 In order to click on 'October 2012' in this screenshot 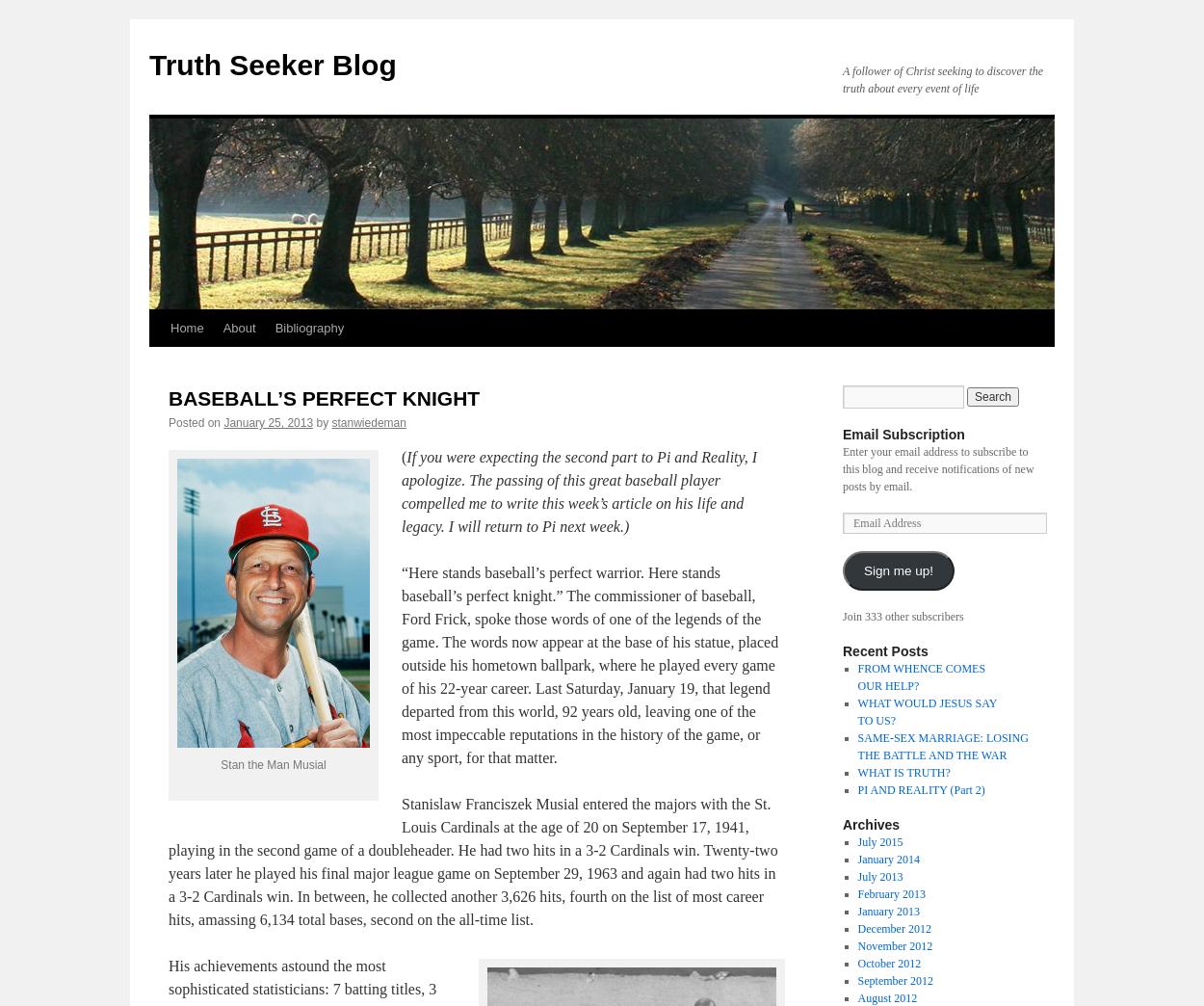, I will do `click(888, 964)`.